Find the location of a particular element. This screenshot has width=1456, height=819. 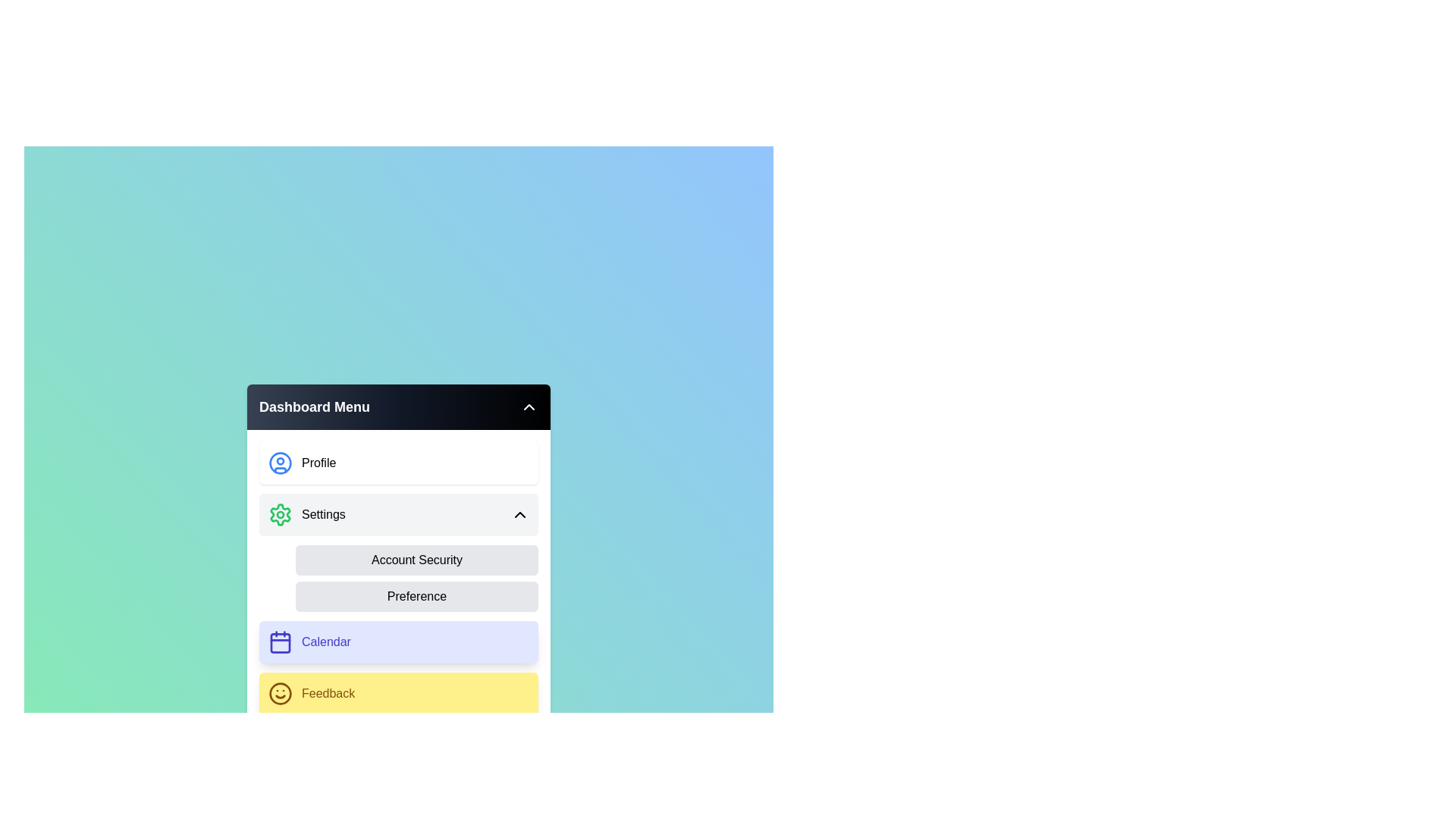

the second menu item in the settings menu is located at coordinates (399, 513).